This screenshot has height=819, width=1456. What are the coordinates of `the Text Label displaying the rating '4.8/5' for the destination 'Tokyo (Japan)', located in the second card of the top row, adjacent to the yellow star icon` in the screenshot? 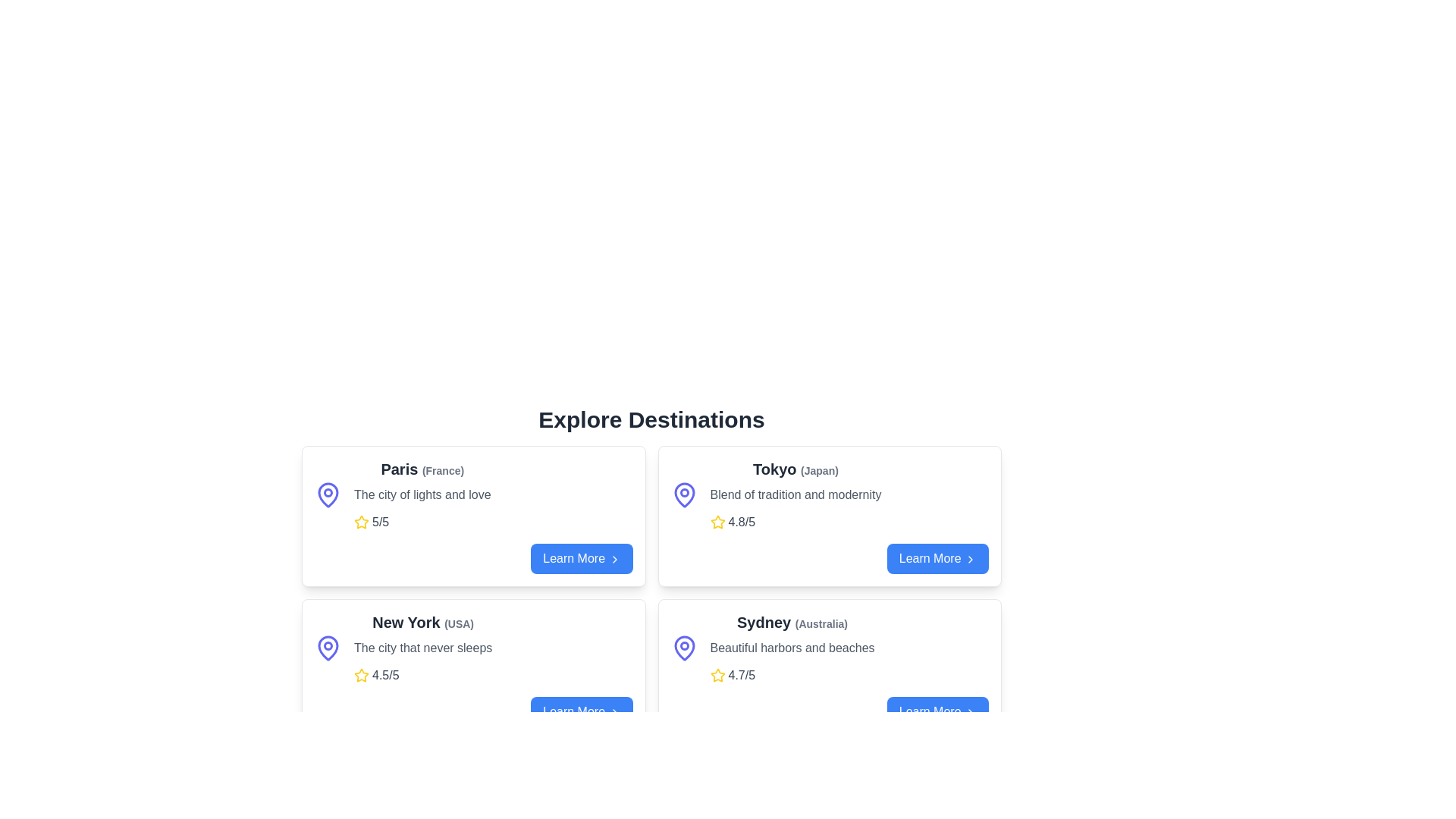 It's located at (742, 522).